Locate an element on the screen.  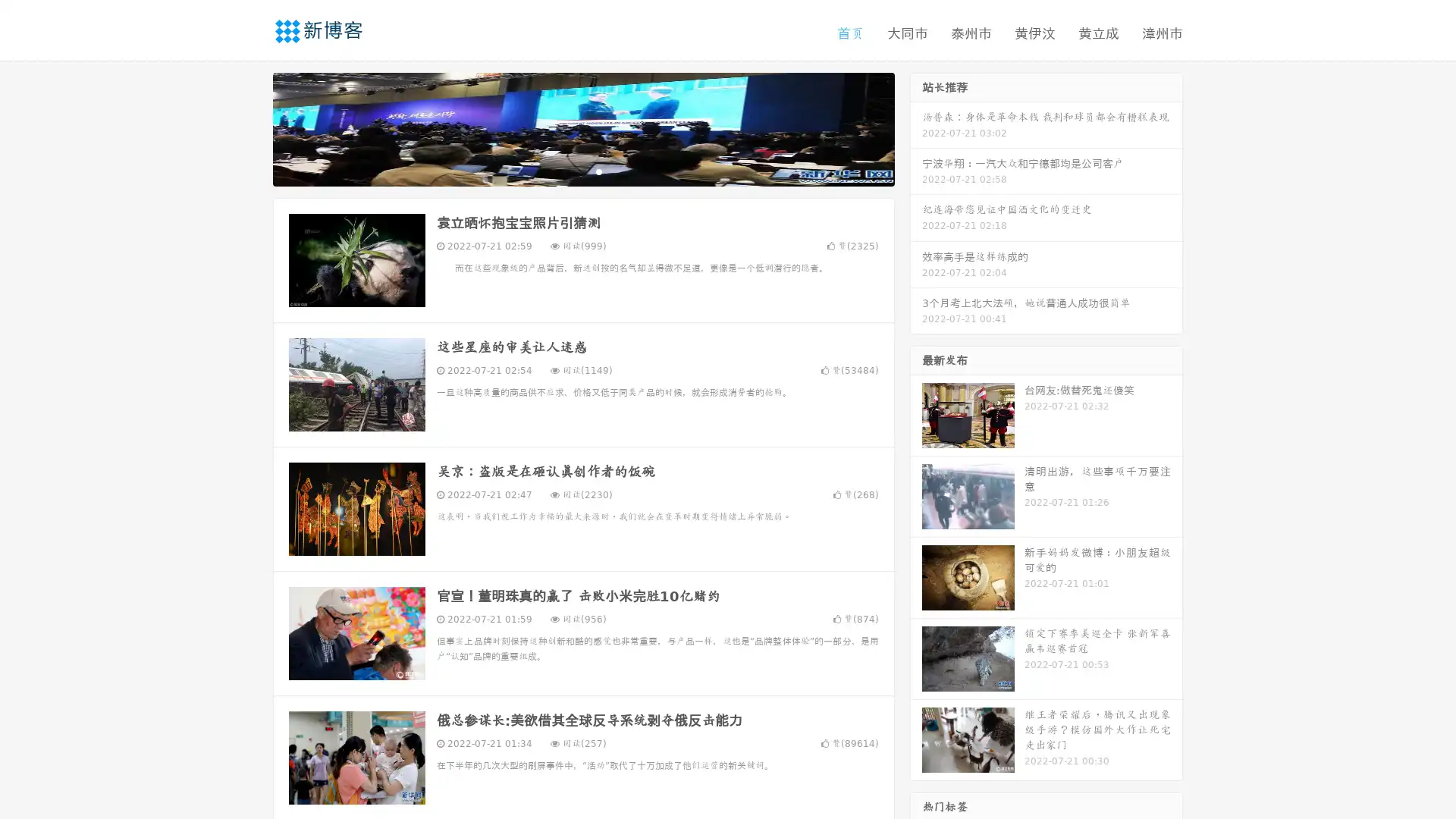
Previous slide is located at coordinates (250, 127).